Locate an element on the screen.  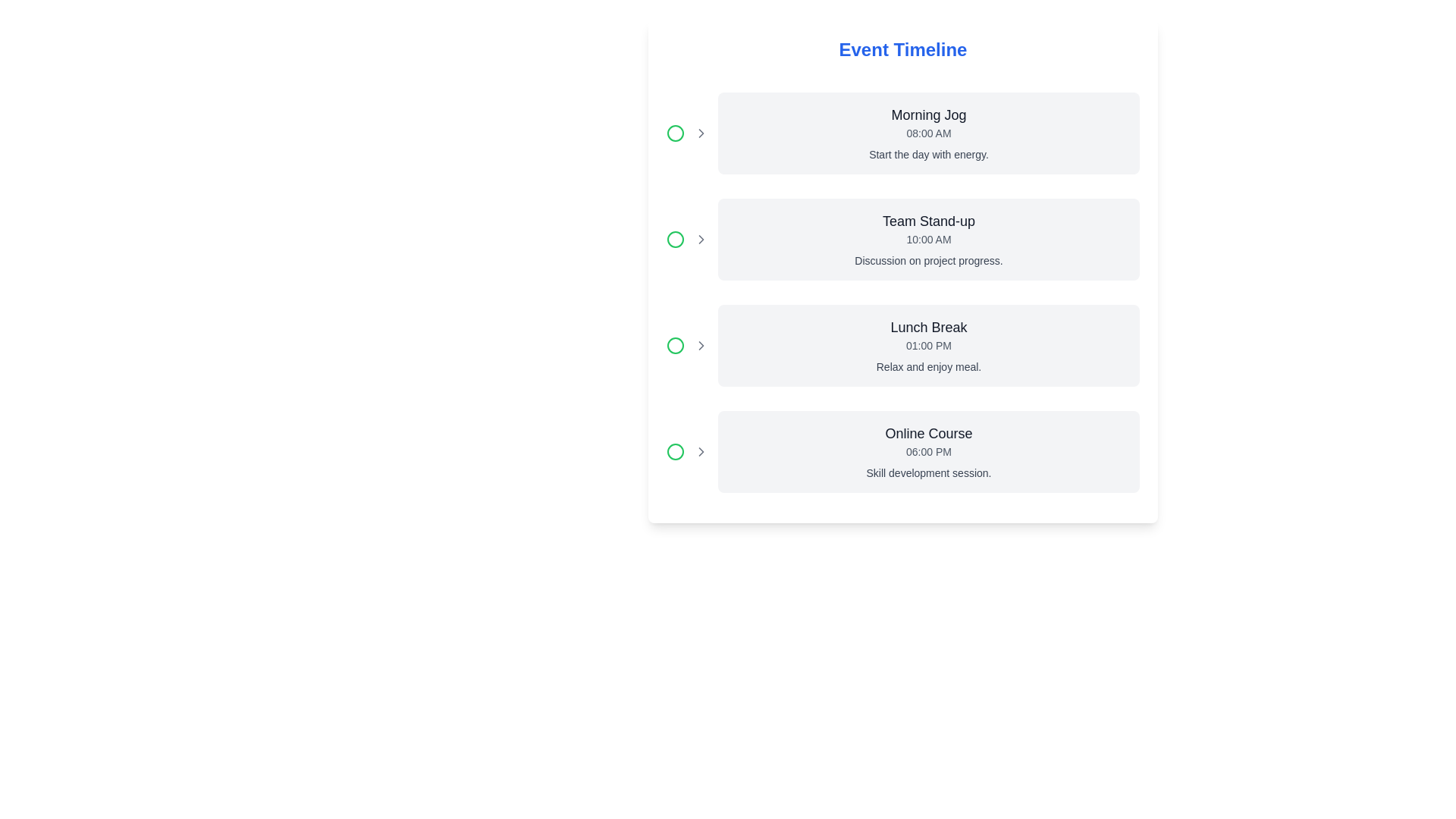
the Informational event card located in the schedule or timeline, which provides details about the event and is positioned as the third card in a vertical list is located at coordinates (927, 345).